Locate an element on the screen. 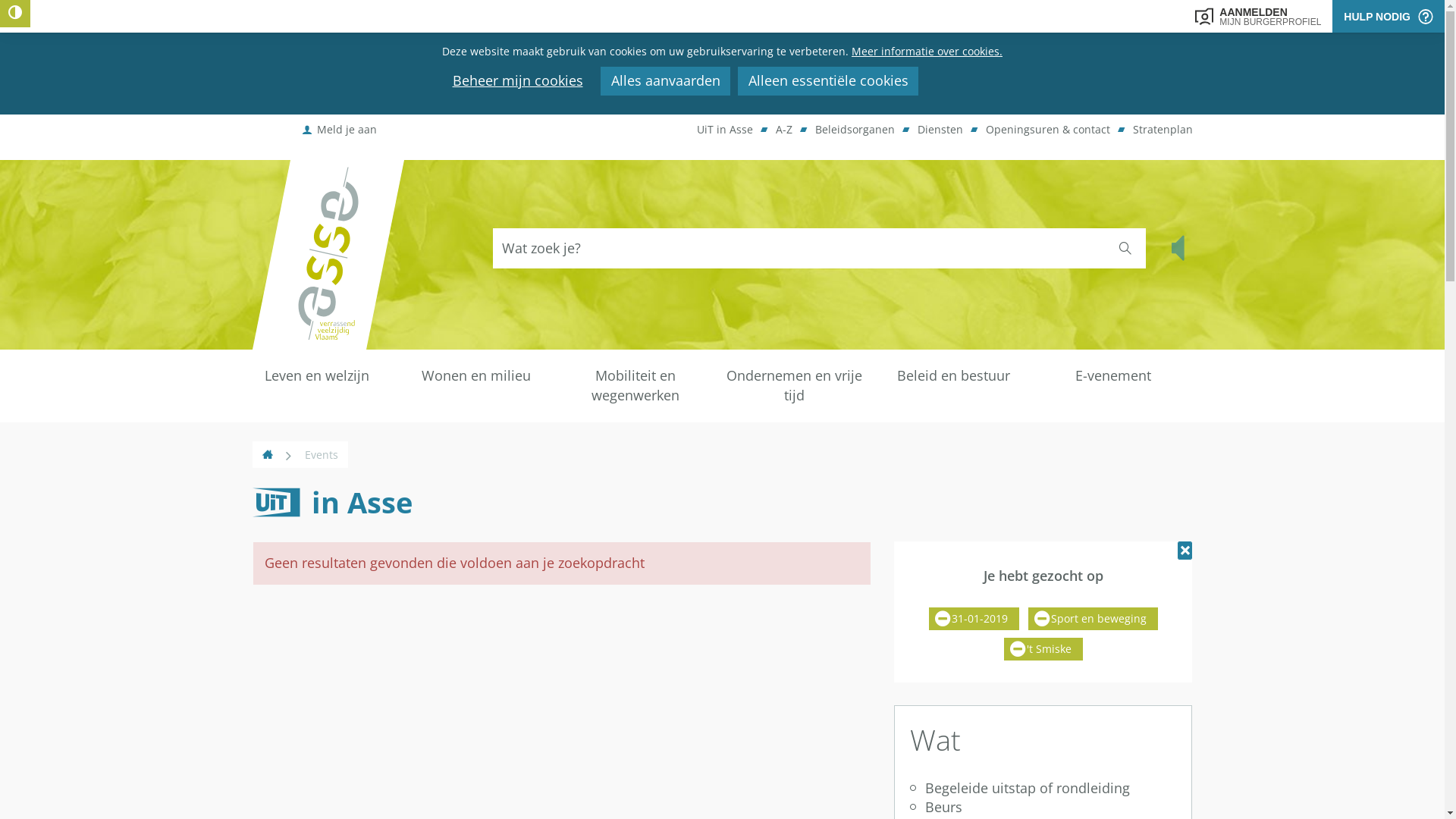  'Wat zoek je?' is located at coordinates (799, 247).